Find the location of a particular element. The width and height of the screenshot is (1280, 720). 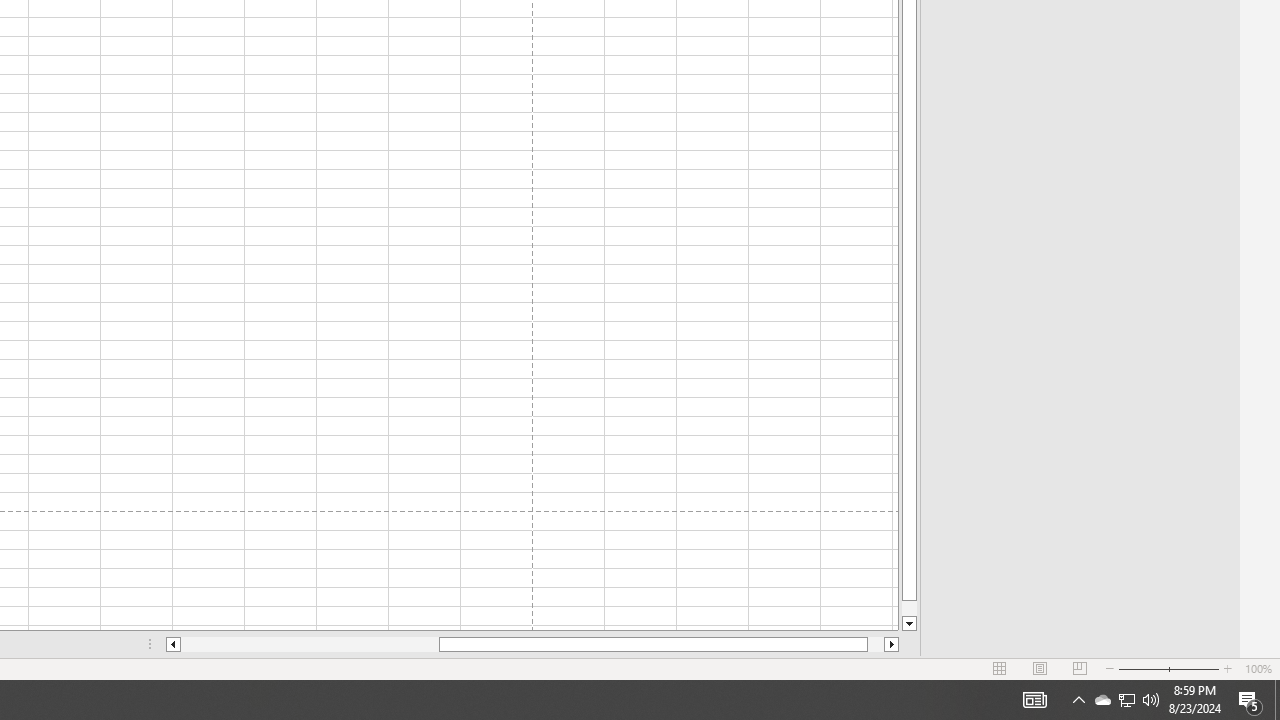

'Notification Chevron' is located at coordinates (1078, 698).